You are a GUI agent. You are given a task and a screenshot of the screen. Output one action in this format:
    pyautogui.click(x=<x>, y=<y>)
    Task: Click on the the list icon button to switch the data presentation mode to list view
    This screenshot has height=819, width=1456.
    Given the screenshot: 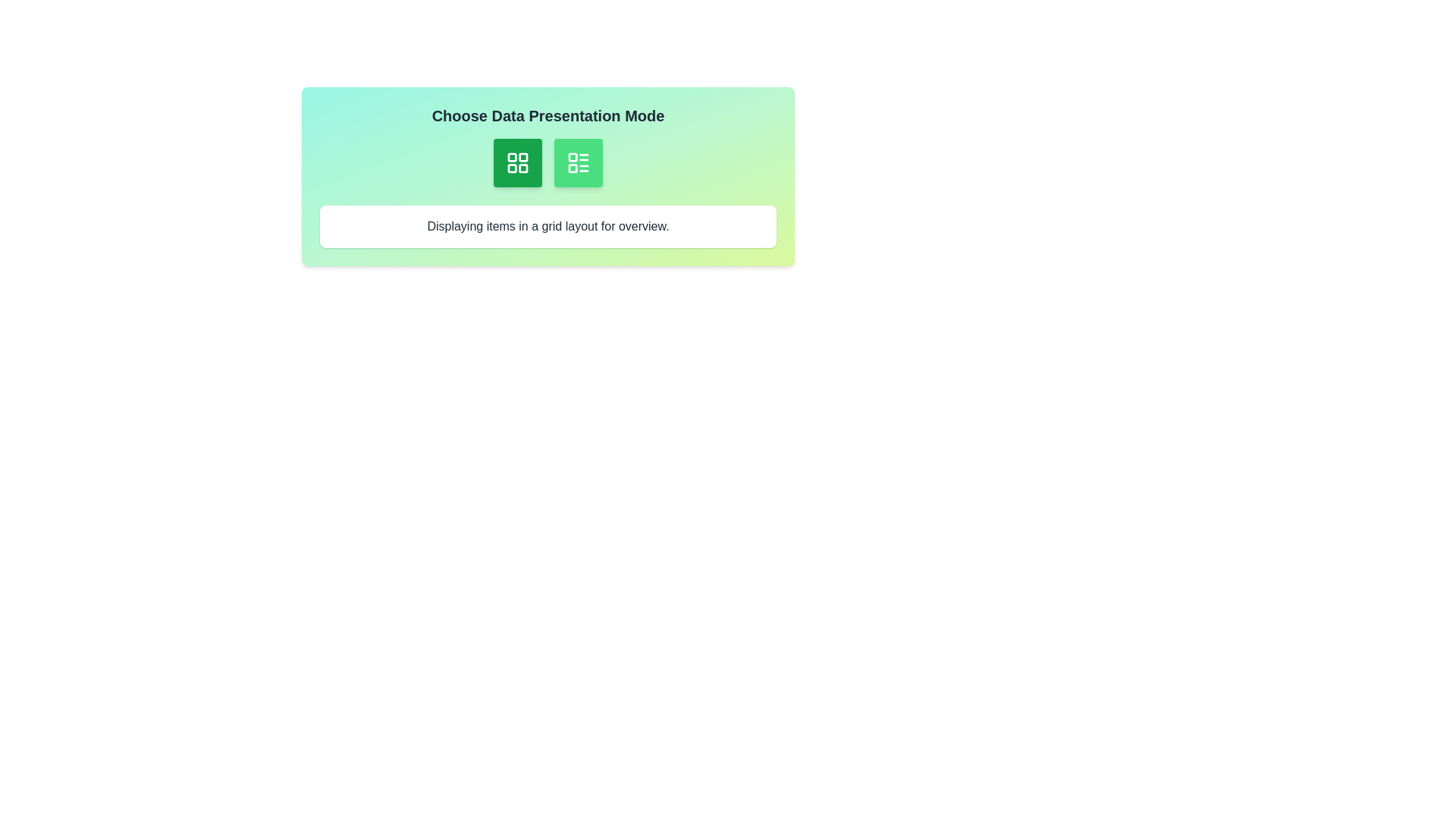 What is the action you would take?
    pyautogui.click(x=578, y=163)
    